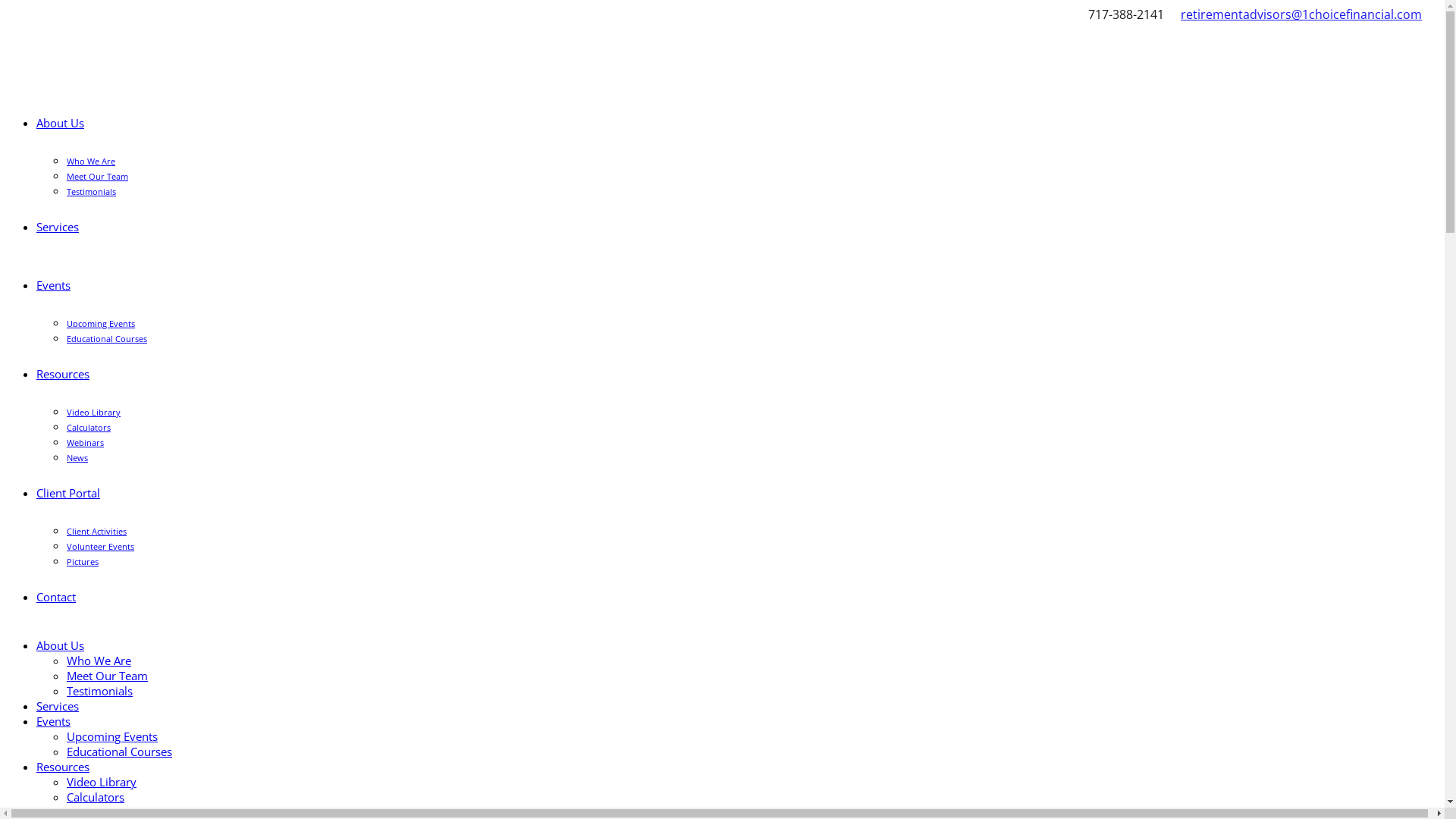 The height and width of the screenshot is (819, 1456). I want to click on 'Pictures', so click(65, 561).